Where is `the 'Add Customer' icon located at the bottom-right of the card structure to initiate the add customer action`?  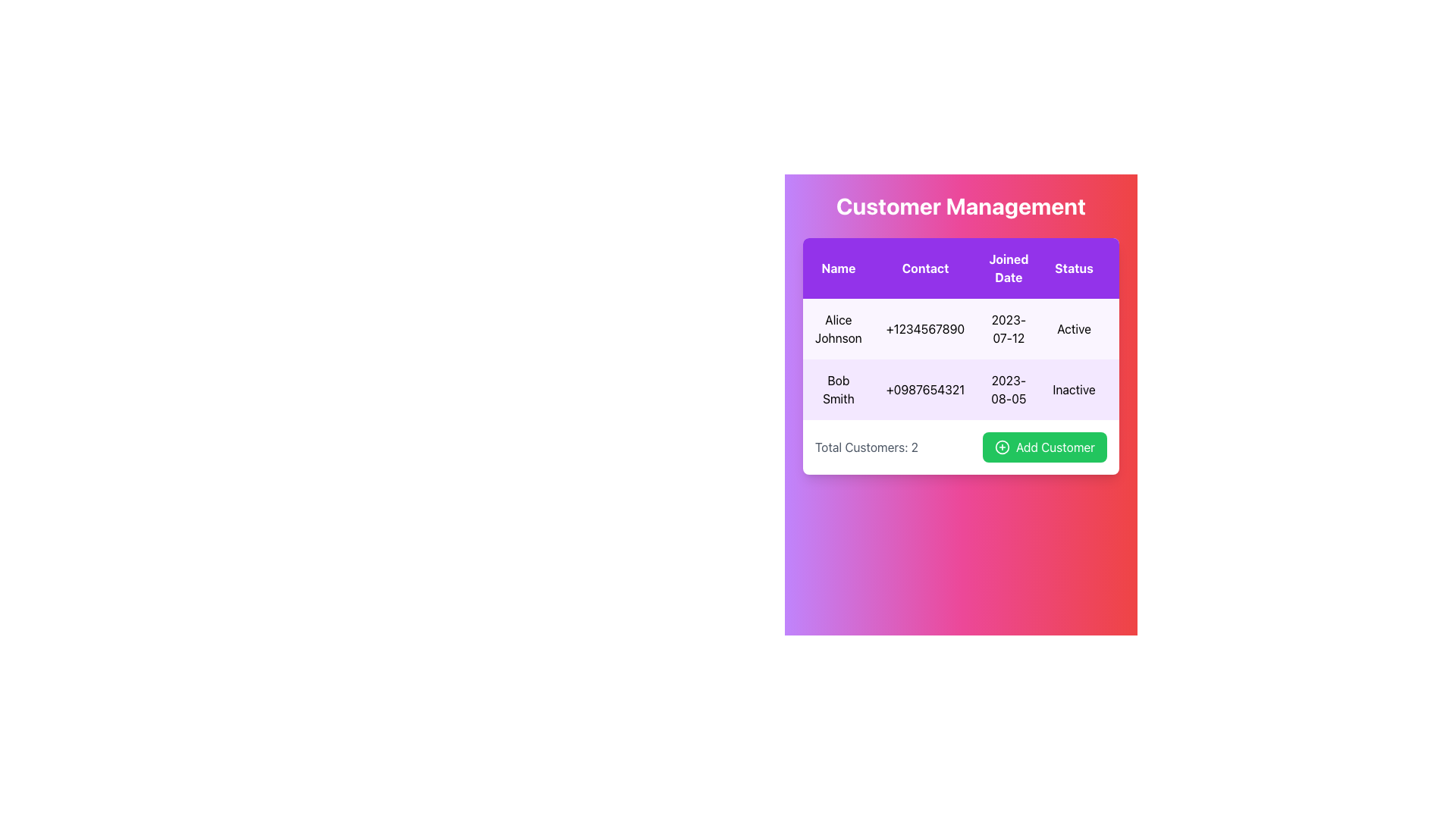 the 'Add Customer' icon located at the bottom-right of the card structure to initiate the add customer action is located at coordinates (1002, 447).